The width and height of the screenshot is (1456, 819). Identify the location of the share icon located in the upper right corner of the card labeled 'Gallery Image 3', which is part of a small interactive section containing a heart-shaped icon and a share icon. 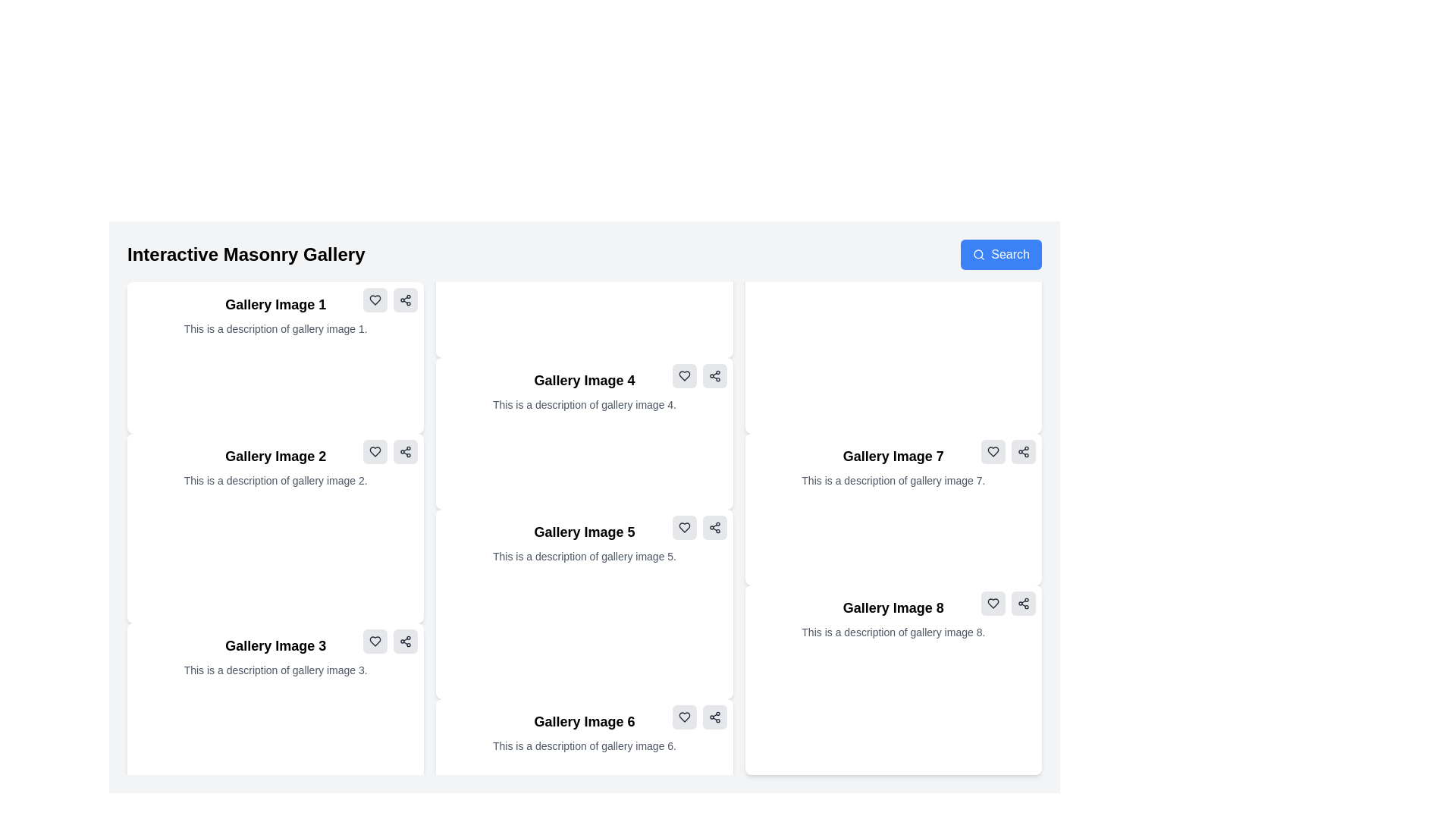
(391, 641).